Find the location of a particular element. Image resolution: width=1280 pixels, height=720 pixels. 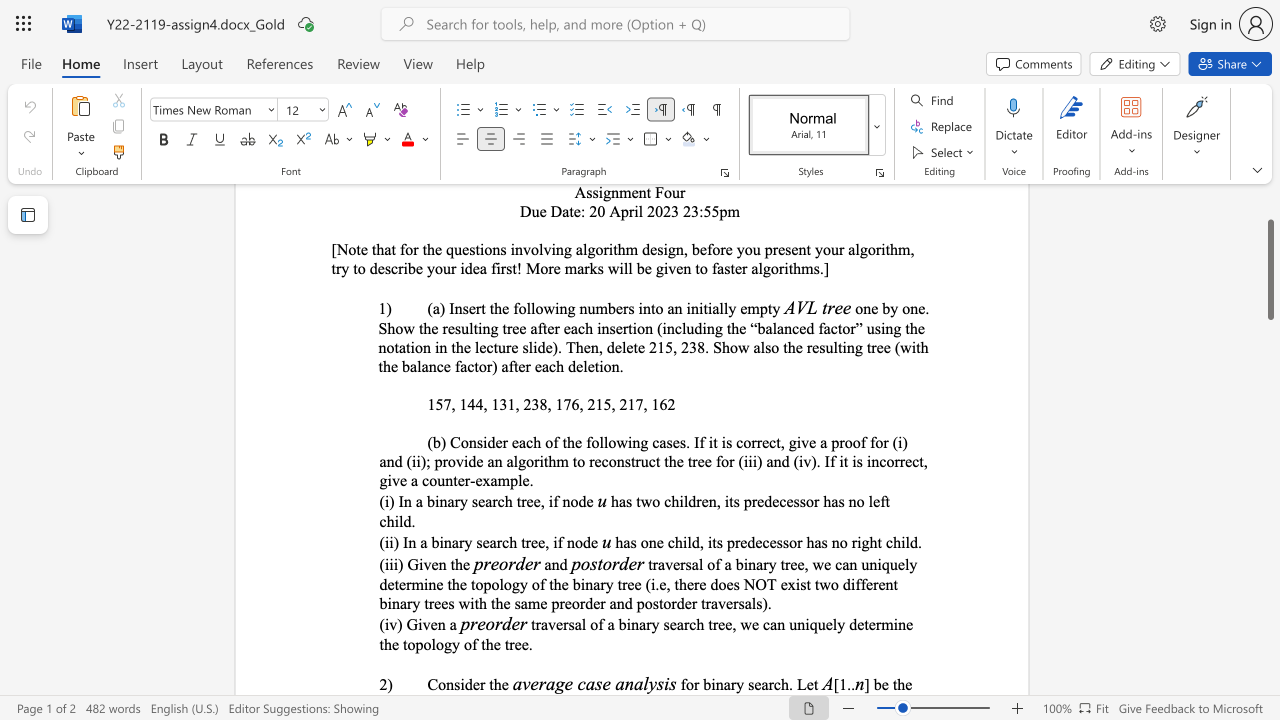

the scrollbar to adjust the page downward is located at coordinates (1269, 540).